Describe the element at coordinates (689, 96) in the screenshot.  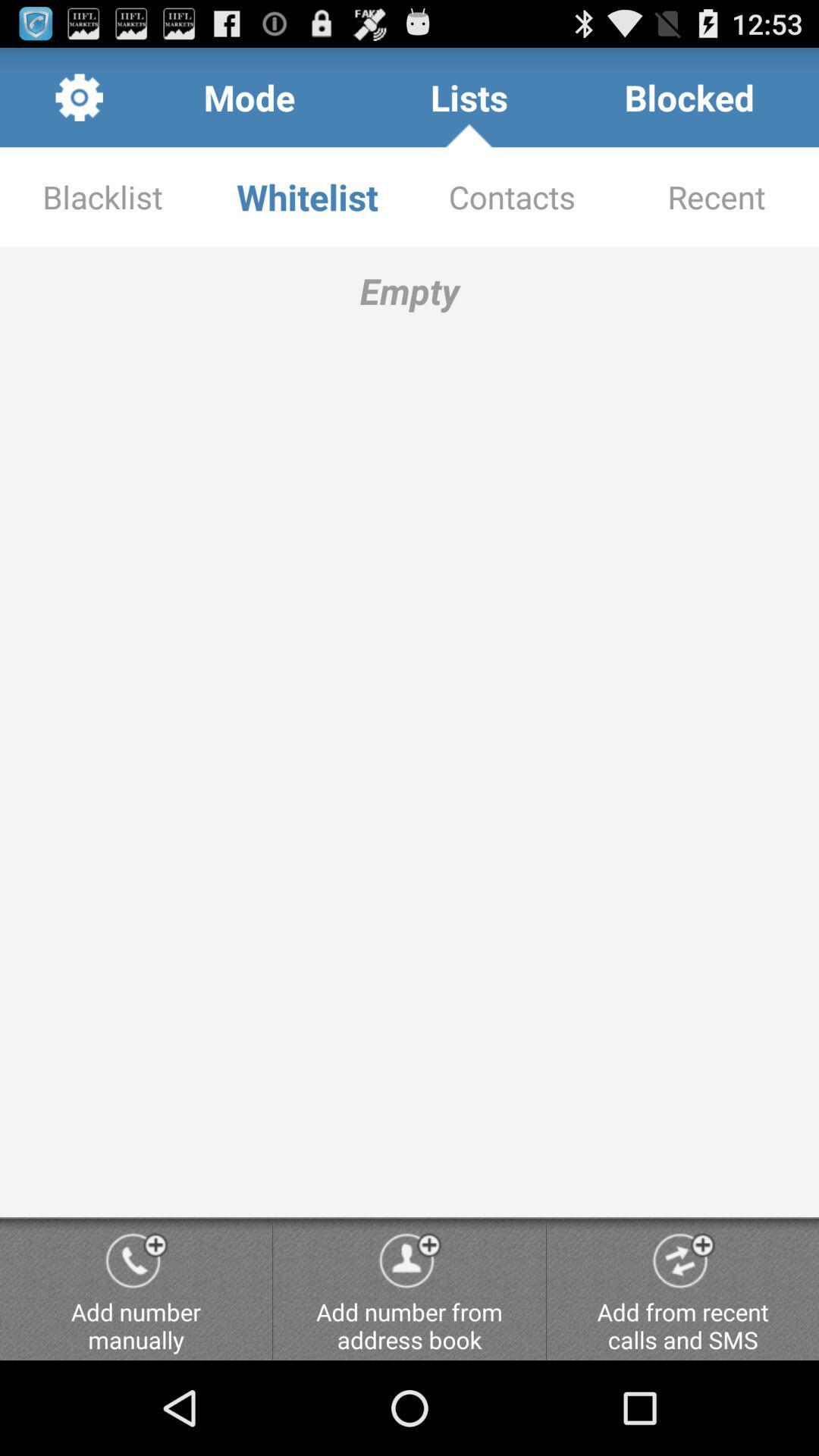
I see `the icon next to lists` at that location.